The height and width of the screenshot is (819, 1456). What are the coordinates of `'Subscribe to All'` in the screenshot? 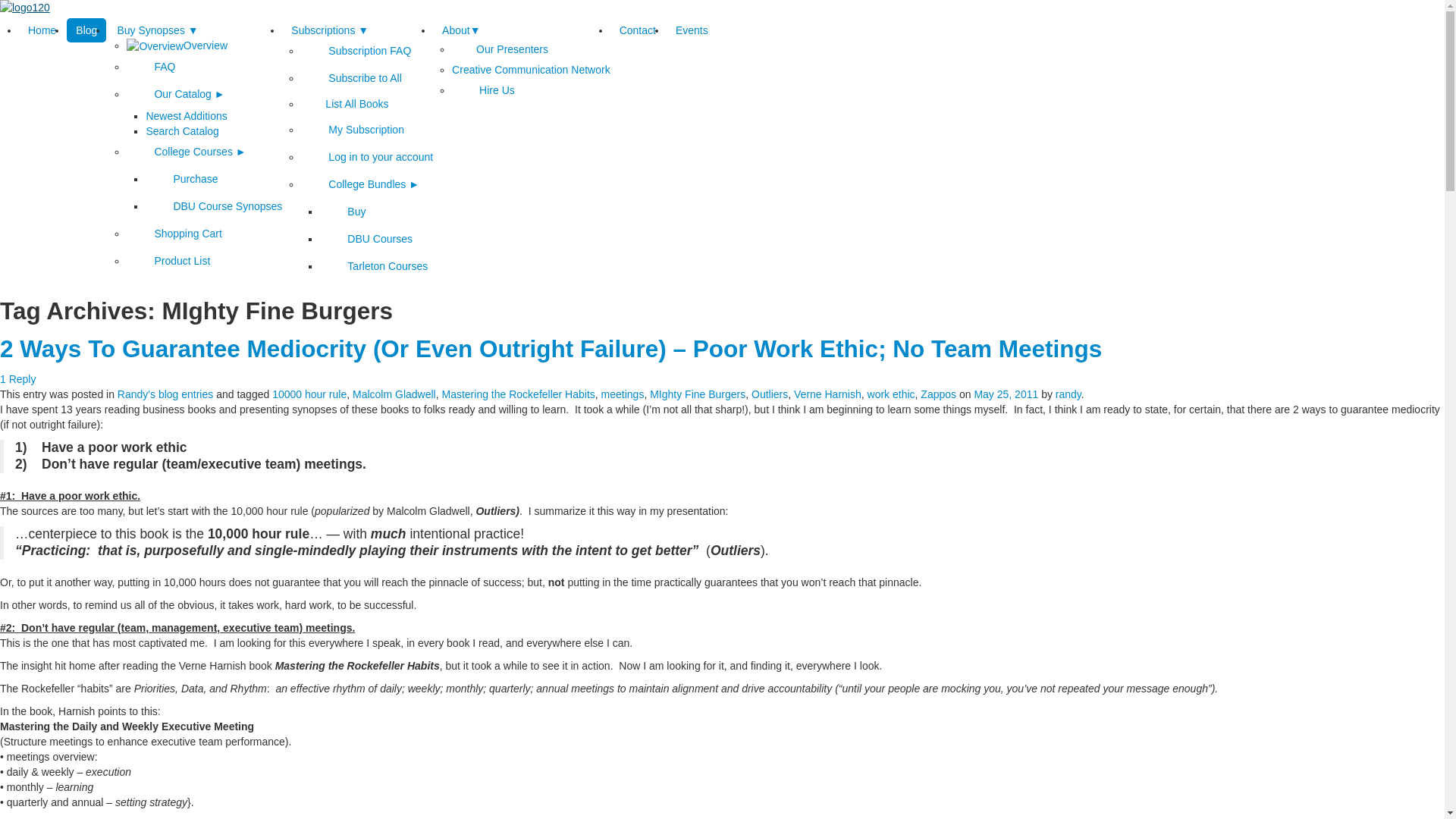 It's located at (350, 78).